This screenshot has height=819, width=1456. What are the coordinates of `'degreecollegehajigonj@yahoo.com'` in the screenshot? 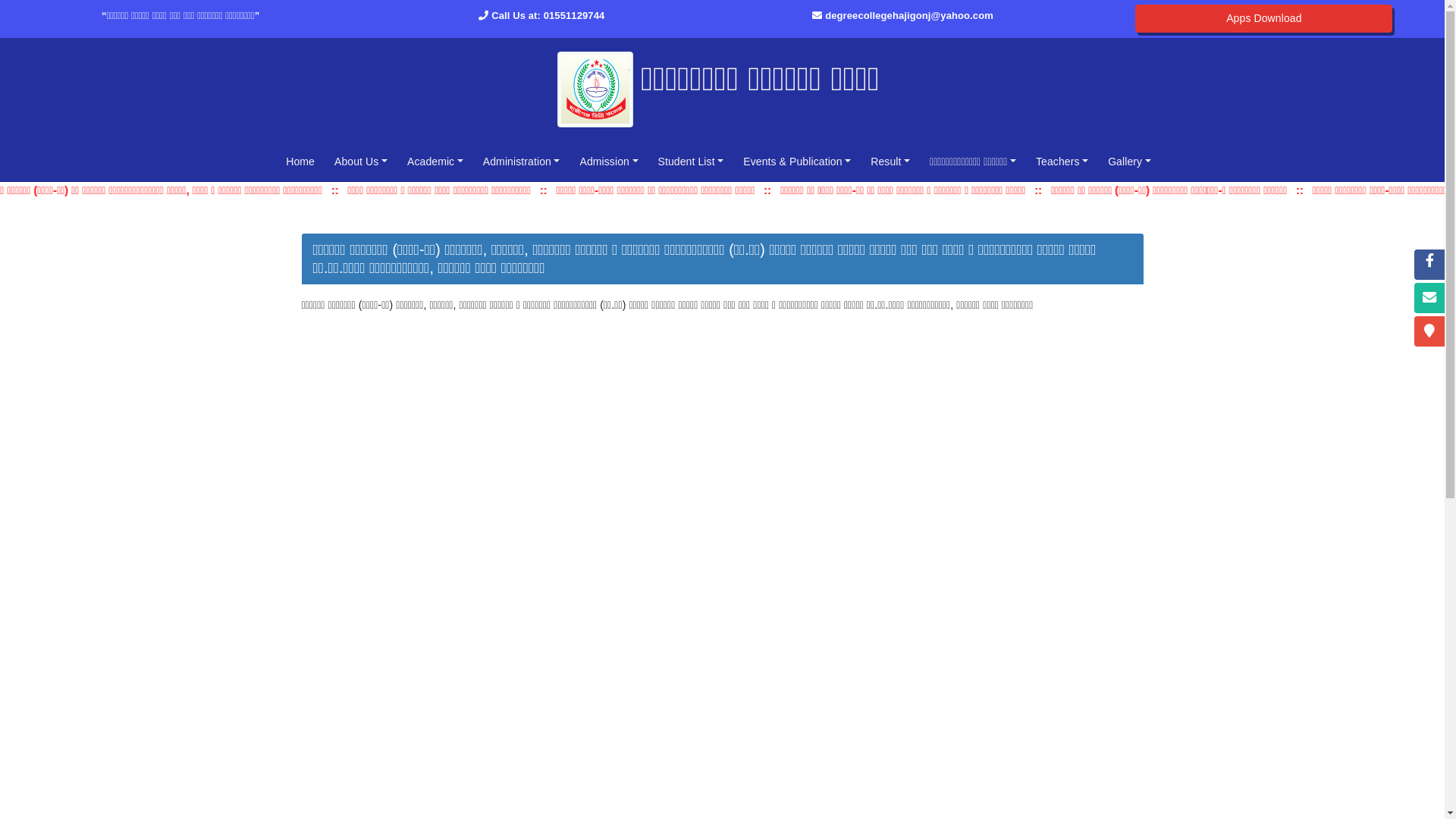 It's located at (909, 15).